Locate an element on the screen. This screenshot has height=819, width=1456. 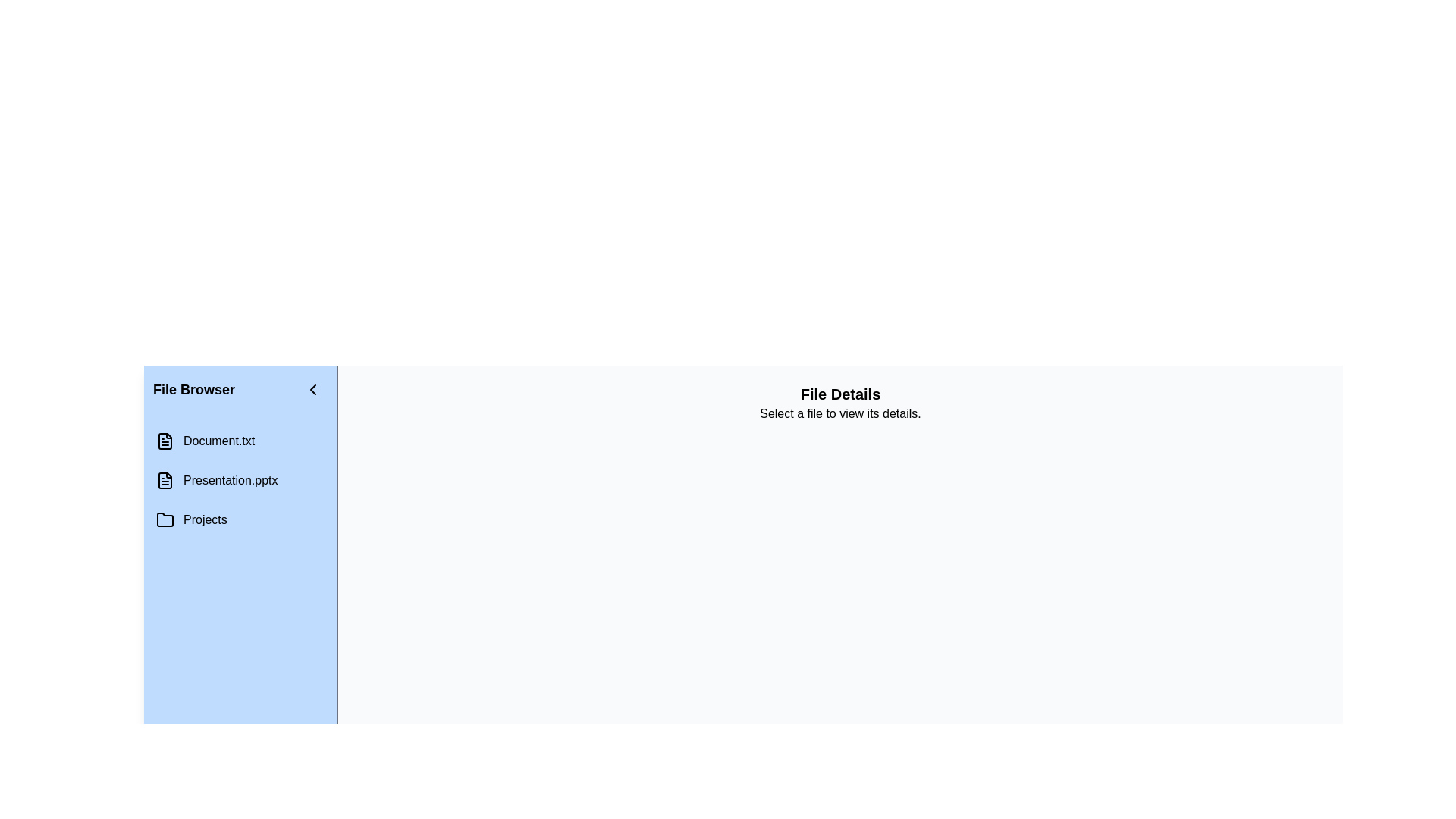
the text label displaying 'Projects' in the left sidebar under 'File Browser' to interact with the folder it represents is located at coordinates (204, 519).